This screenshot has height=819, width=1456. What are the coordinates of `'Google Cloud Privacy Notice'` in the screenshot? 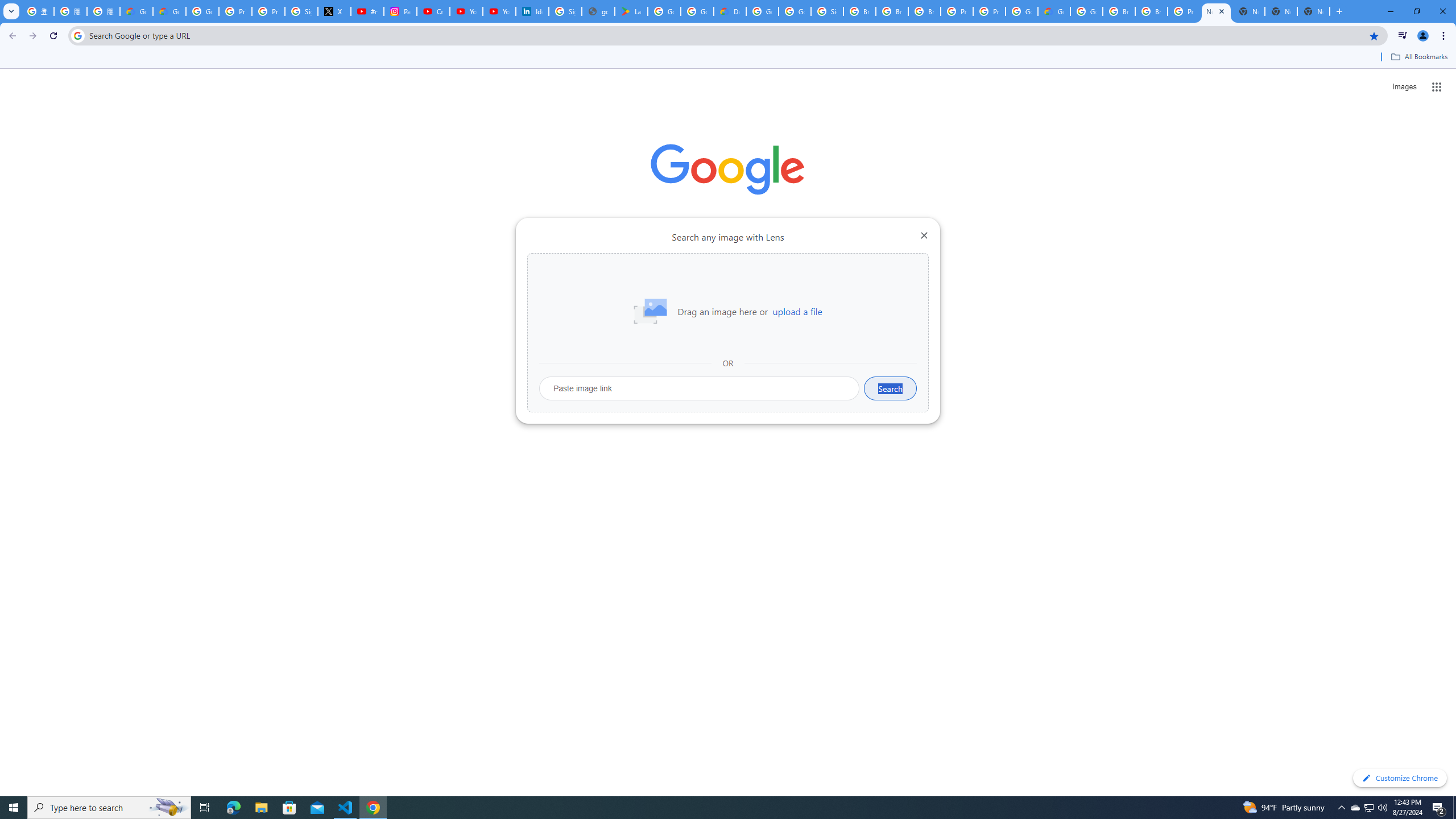 It's located at (169, 11).